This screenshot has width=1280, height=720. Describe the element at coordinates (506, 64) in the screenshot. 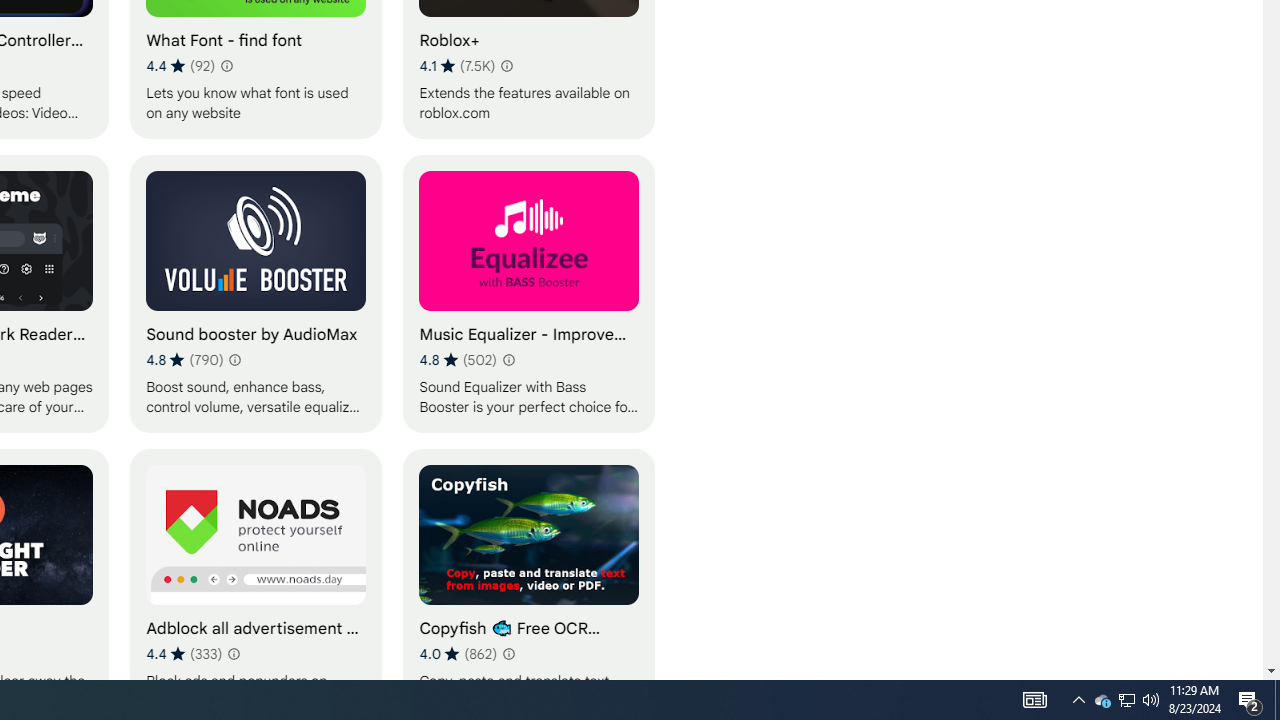

I see `'Learn more about results and reviews "Roblox+"'` at that location.